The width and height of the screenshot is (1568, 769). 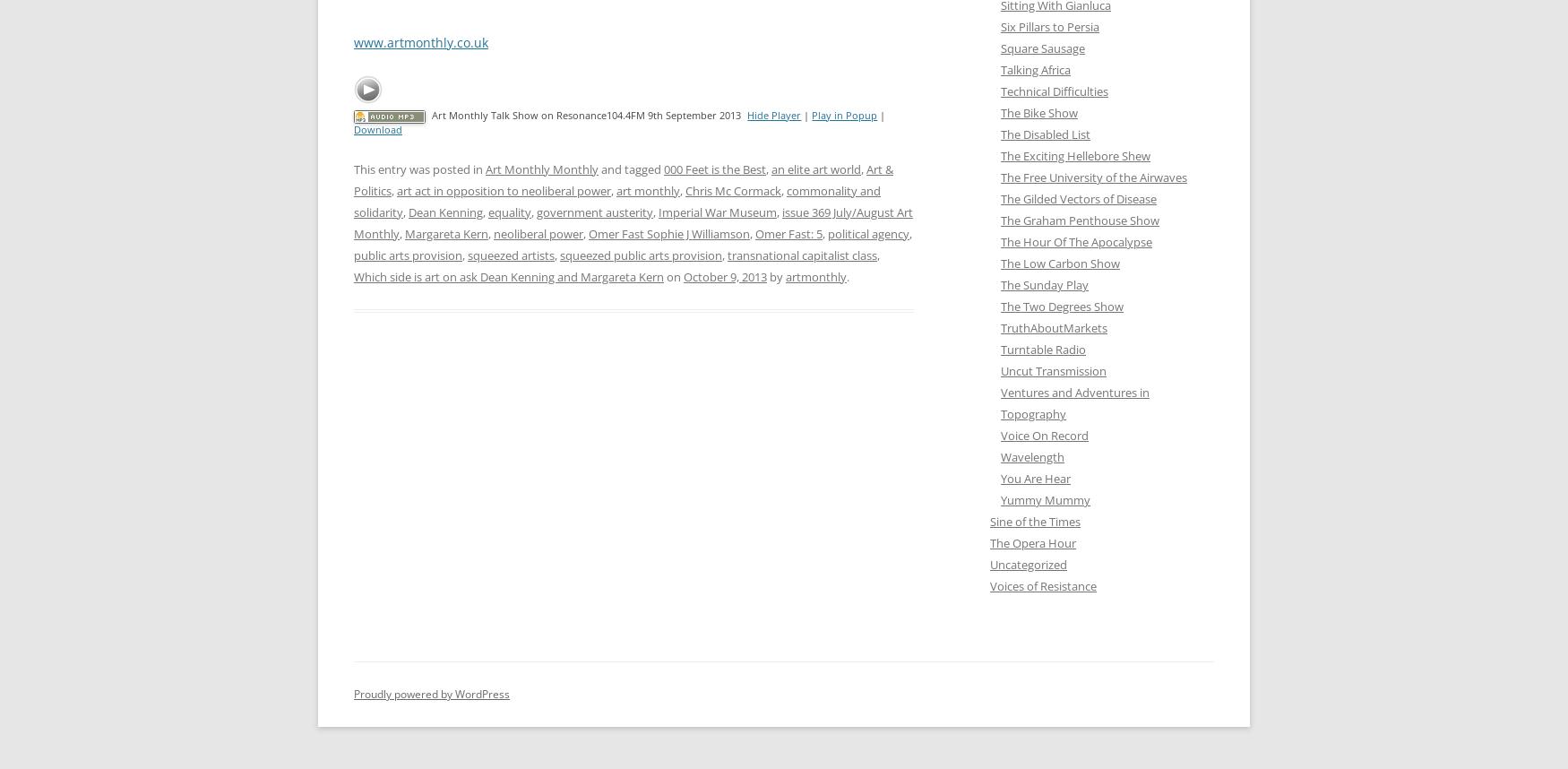 I want to click on 'Chris Mc Cormack', so click(x=733, y=190).